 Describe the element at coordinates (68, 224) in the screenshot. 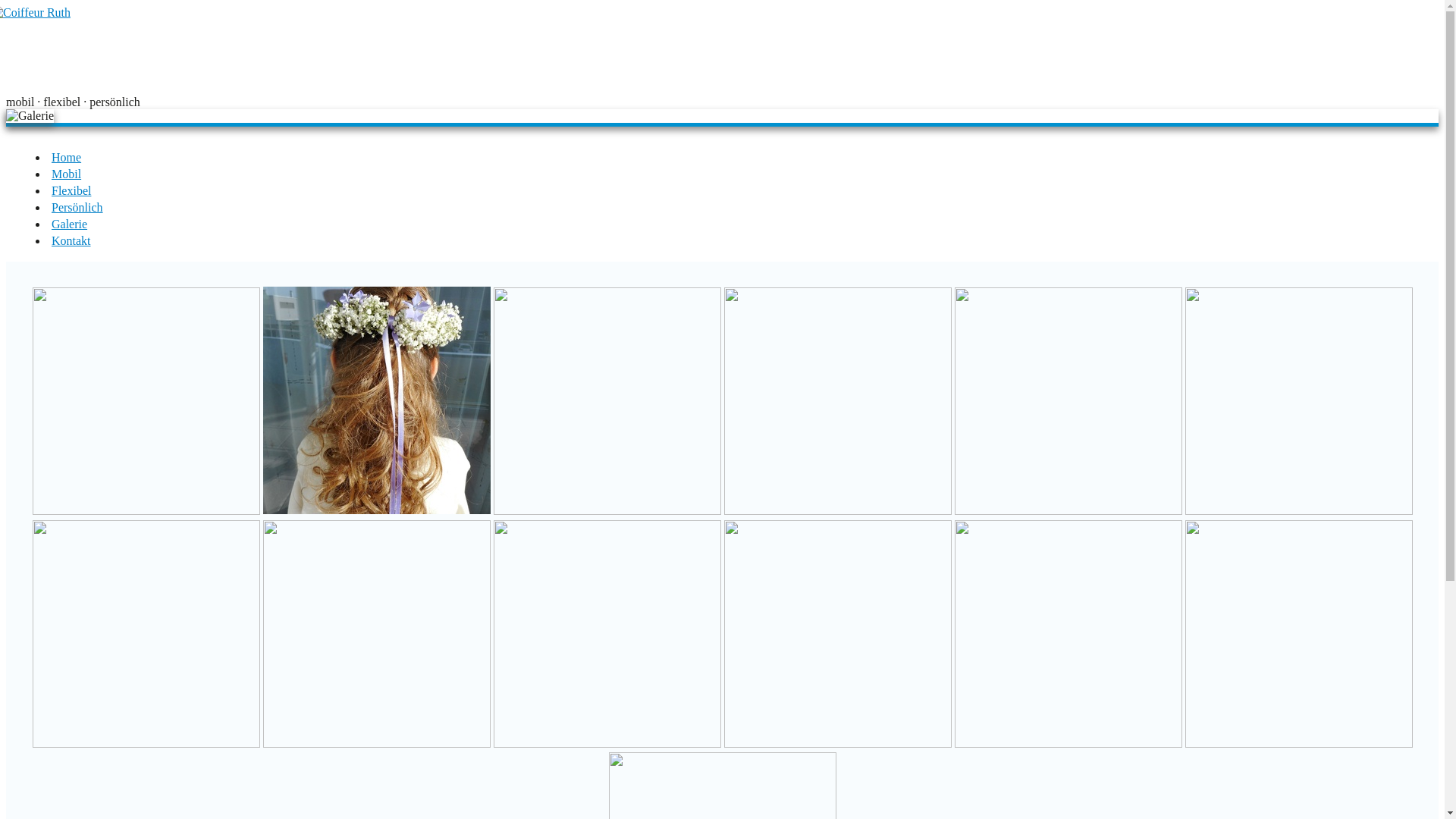

I see `'Galerie'` at that location.